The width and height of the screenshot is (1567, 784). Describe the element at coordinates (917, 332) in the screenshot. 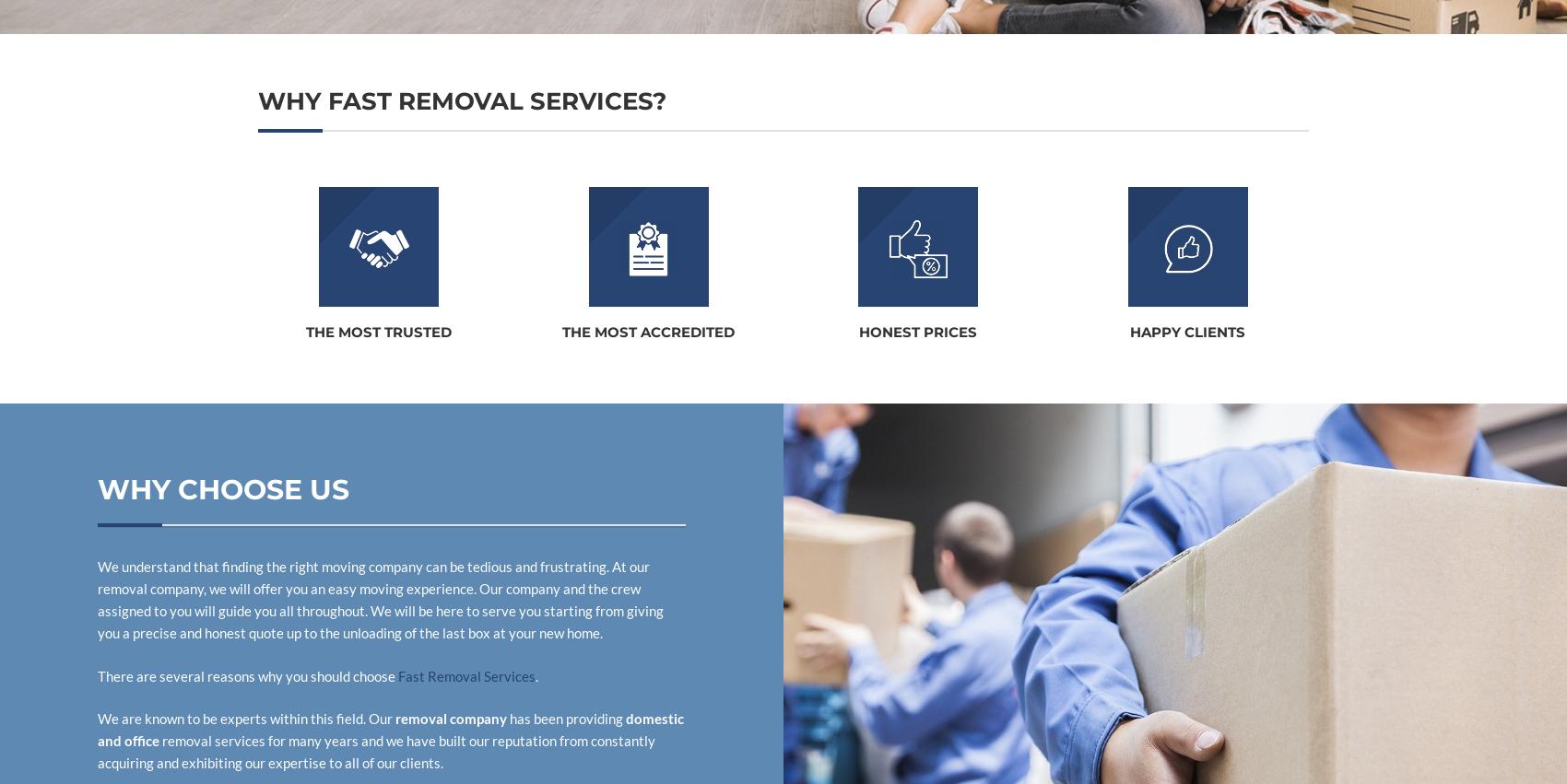

I see `'HONEST PRICES'` at that location.